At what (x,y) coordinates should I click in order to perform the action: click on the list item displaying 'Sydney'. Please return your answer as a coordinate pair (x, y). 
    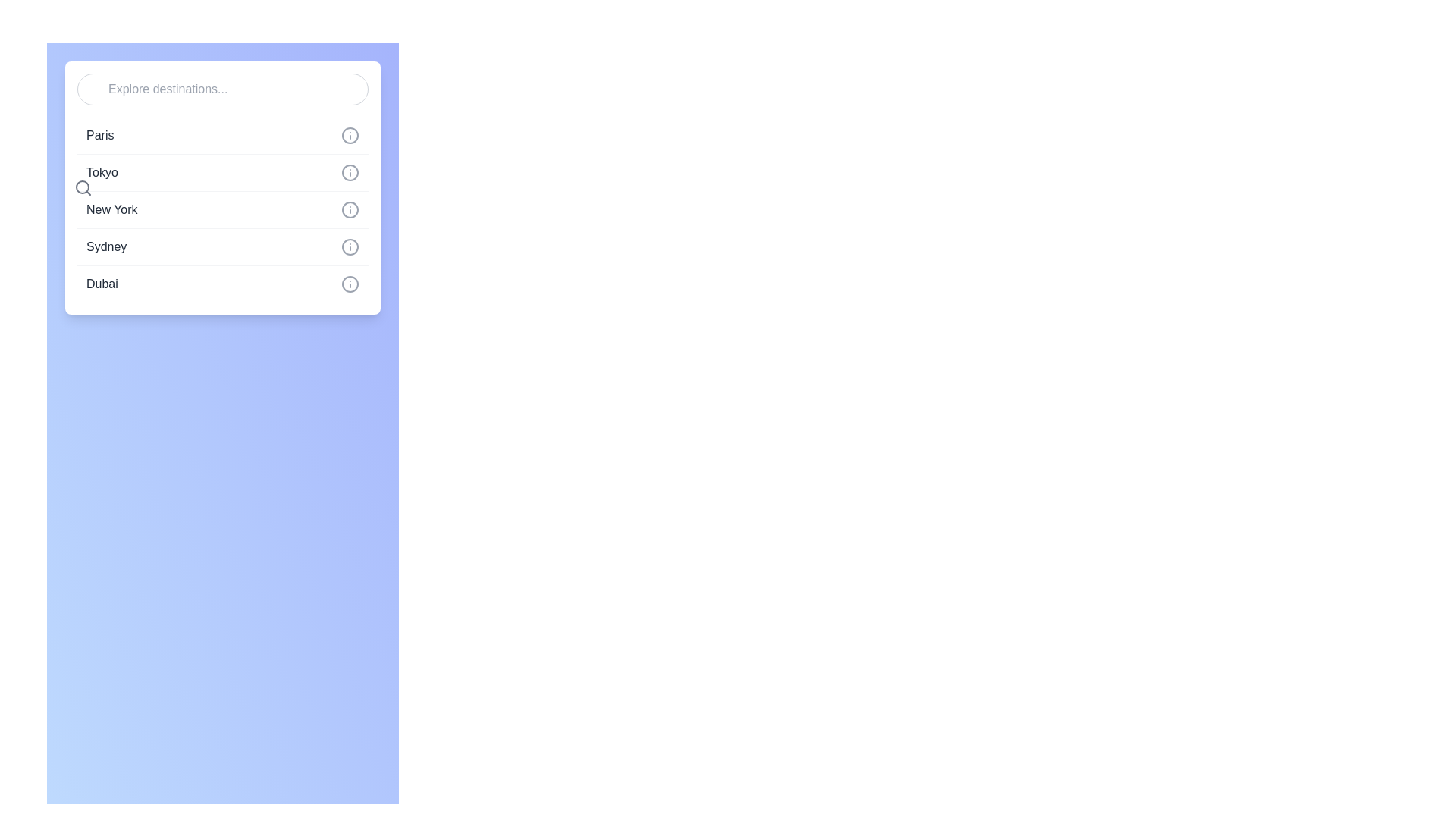
    Looking at the image, I should click on (221, 245).